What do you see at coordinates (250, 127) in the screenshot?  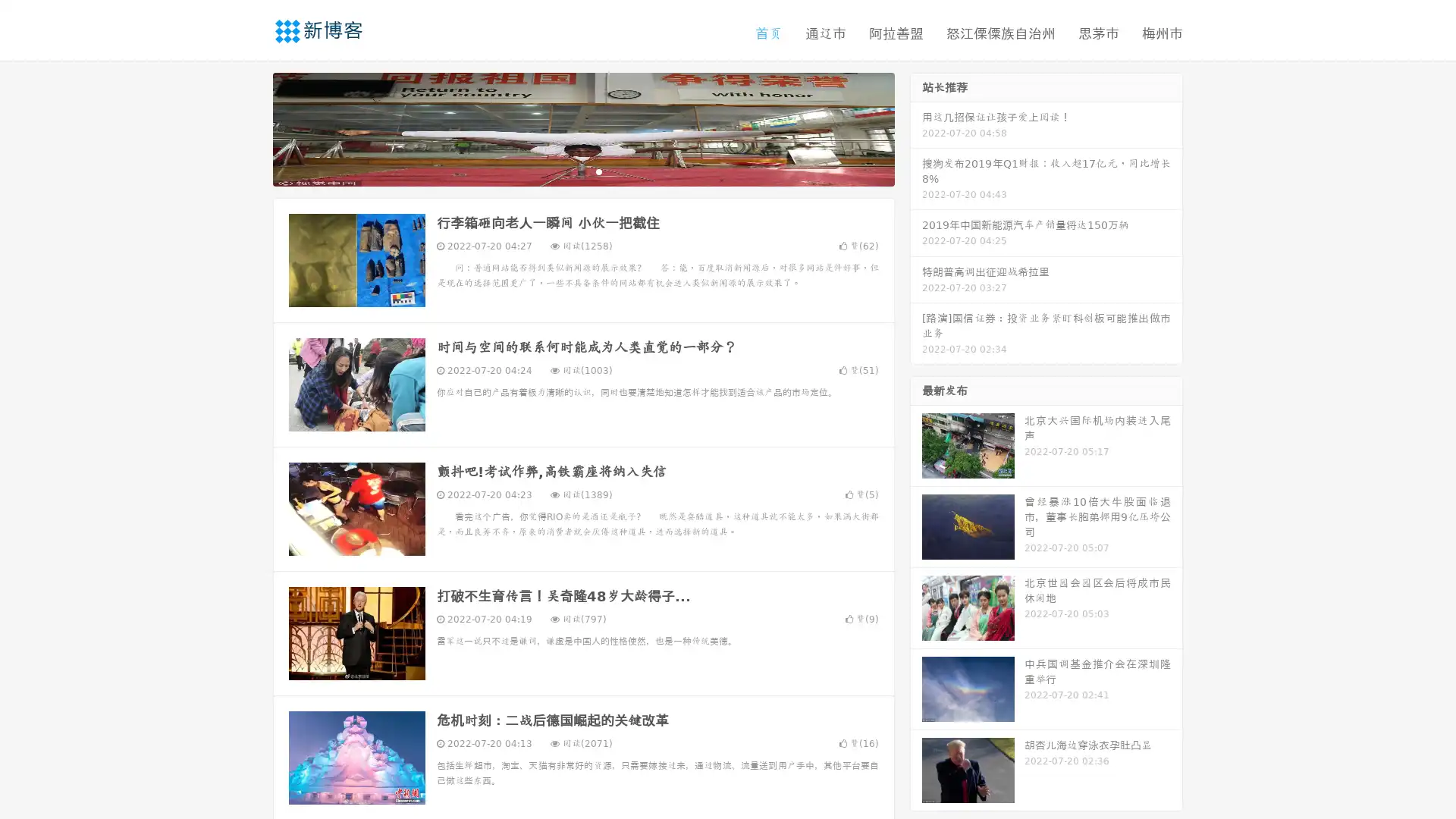 I see `Previous slide` at bounding box center [250, 127].